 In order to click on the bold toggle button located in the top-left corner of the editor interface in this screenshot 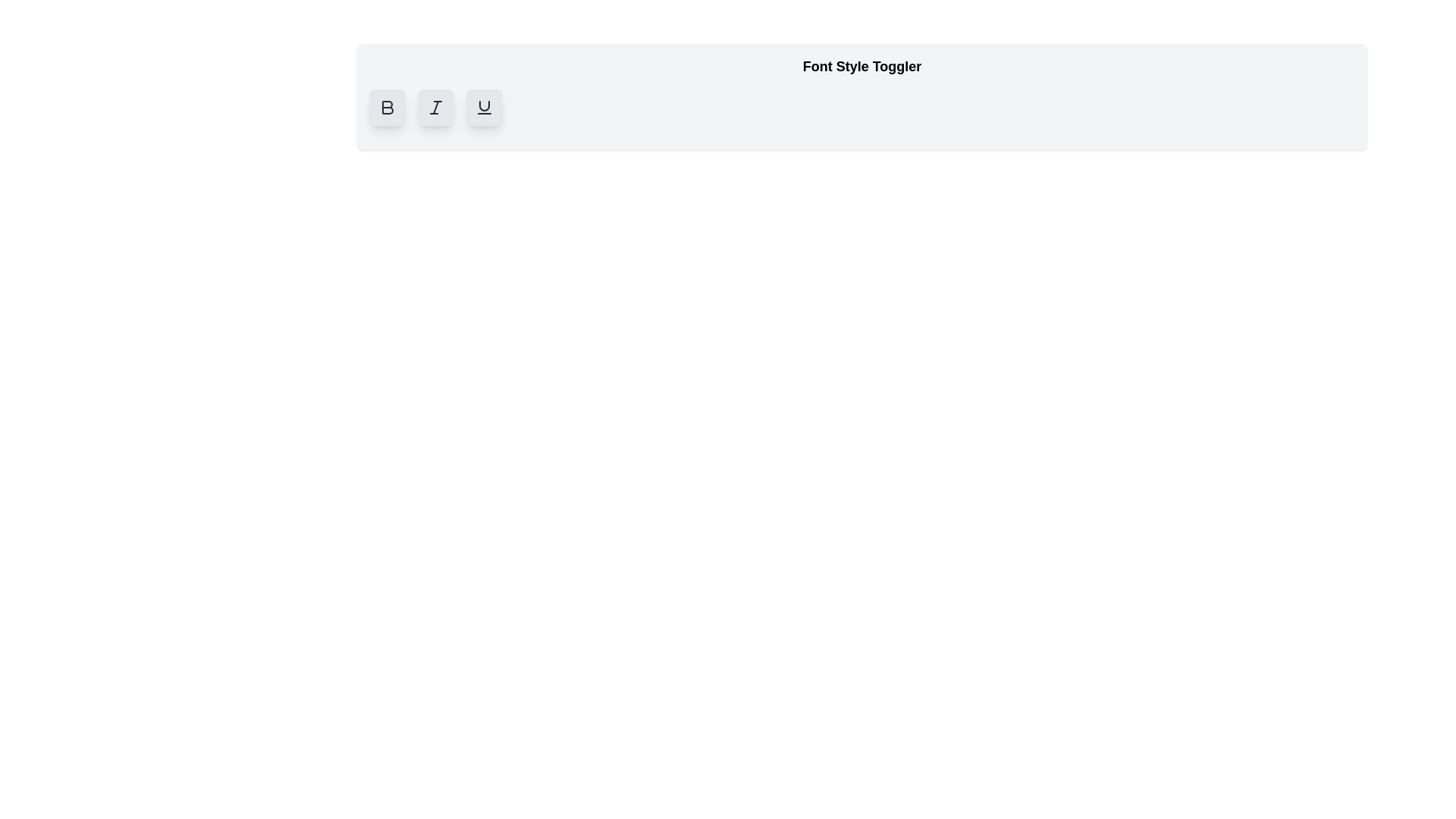, I will do `click(387, 107)`.